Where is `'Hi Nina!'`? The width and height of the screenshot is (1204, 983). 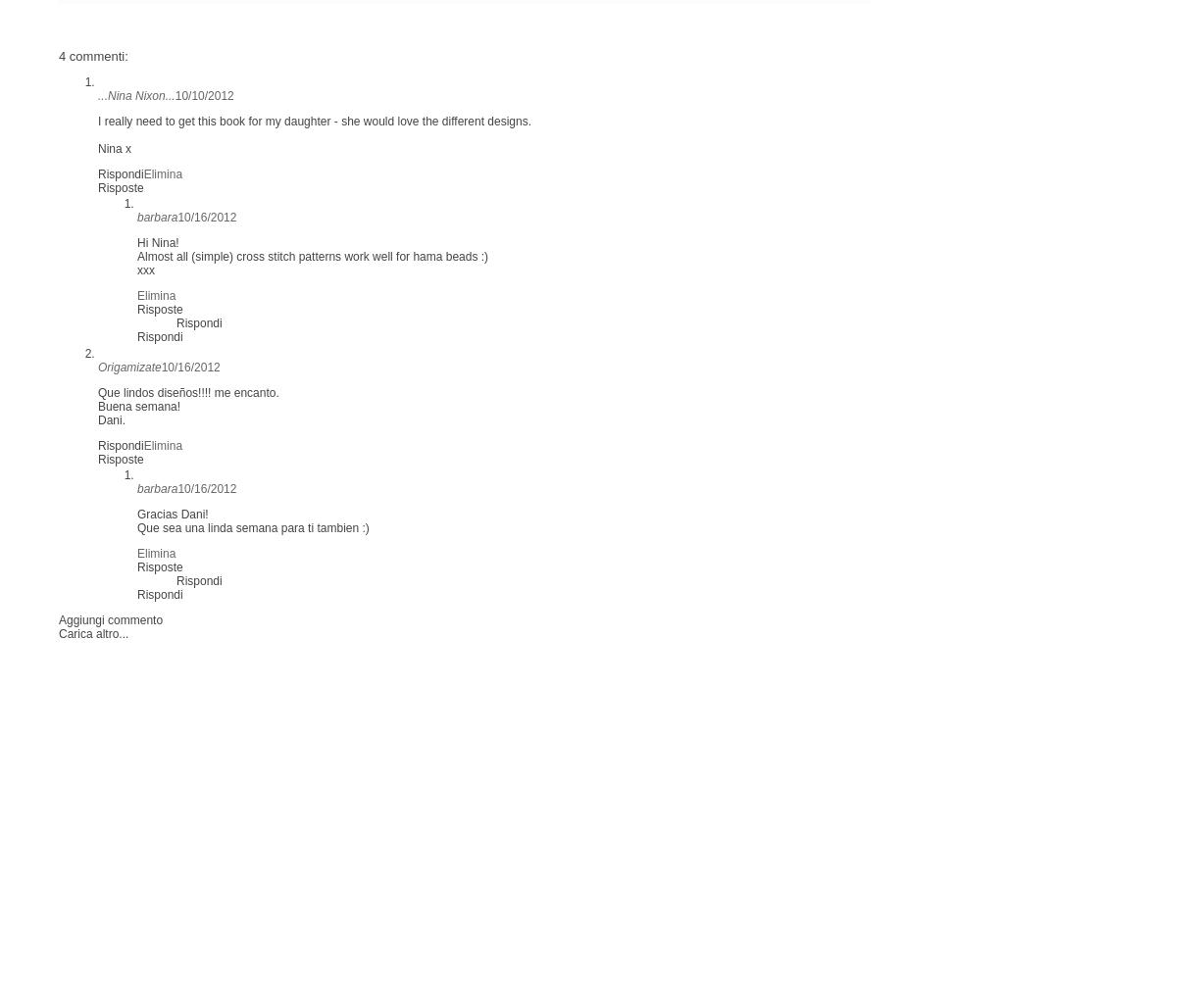
'Hi Nina!' is located at coordinates (156, 243).